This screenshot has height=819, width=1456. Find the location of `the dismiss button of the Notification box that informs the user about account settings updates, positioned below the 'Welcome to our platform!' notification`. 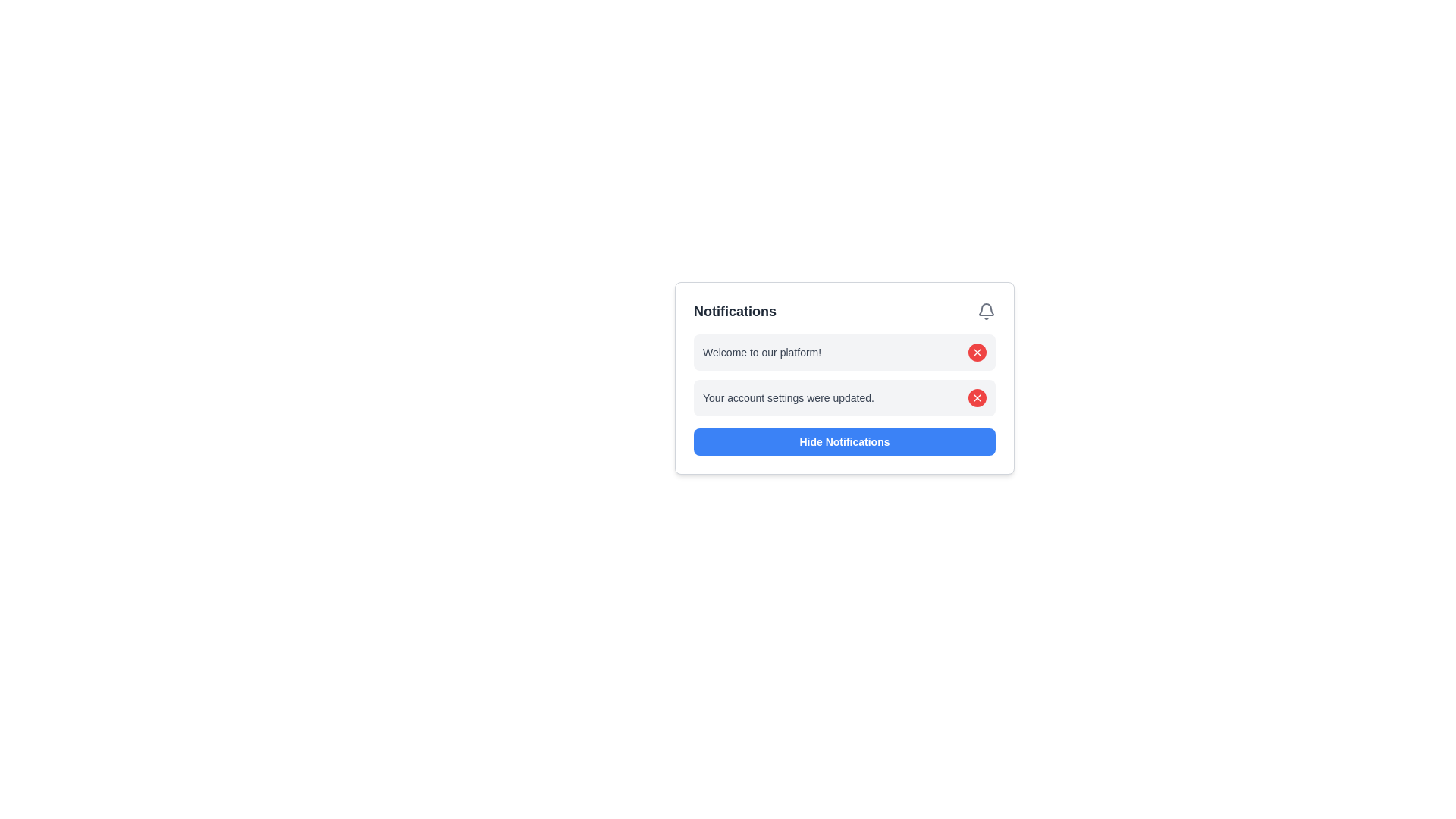

the dismiss button of the Notification box that informs the user about account settings updates, positioned below the 'Welcome to our platform!' notification is located at coordinates (843, 397).